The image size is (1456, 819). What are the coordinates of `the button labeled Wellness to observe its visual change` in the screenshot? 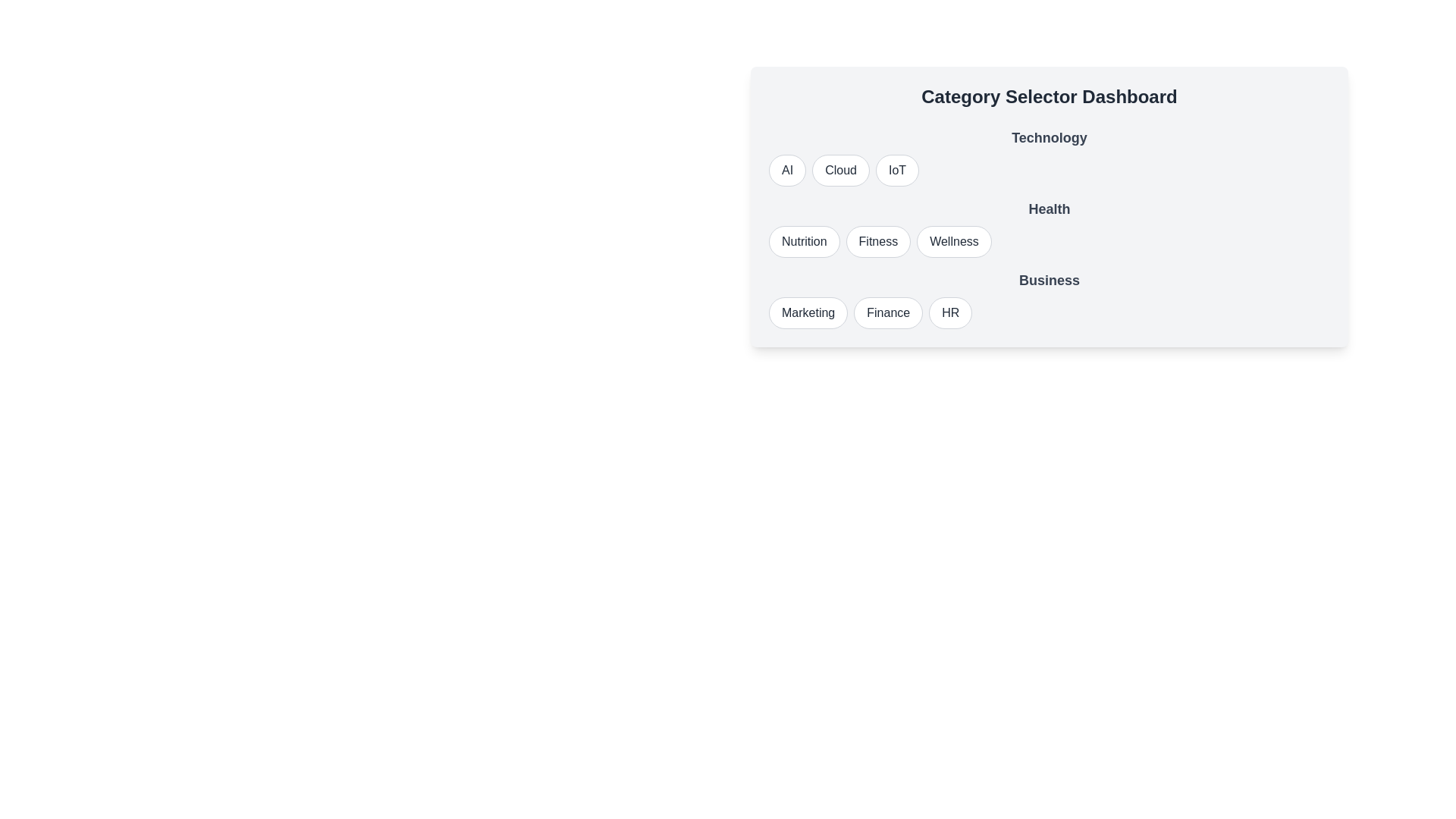 It's located at (952, 241).